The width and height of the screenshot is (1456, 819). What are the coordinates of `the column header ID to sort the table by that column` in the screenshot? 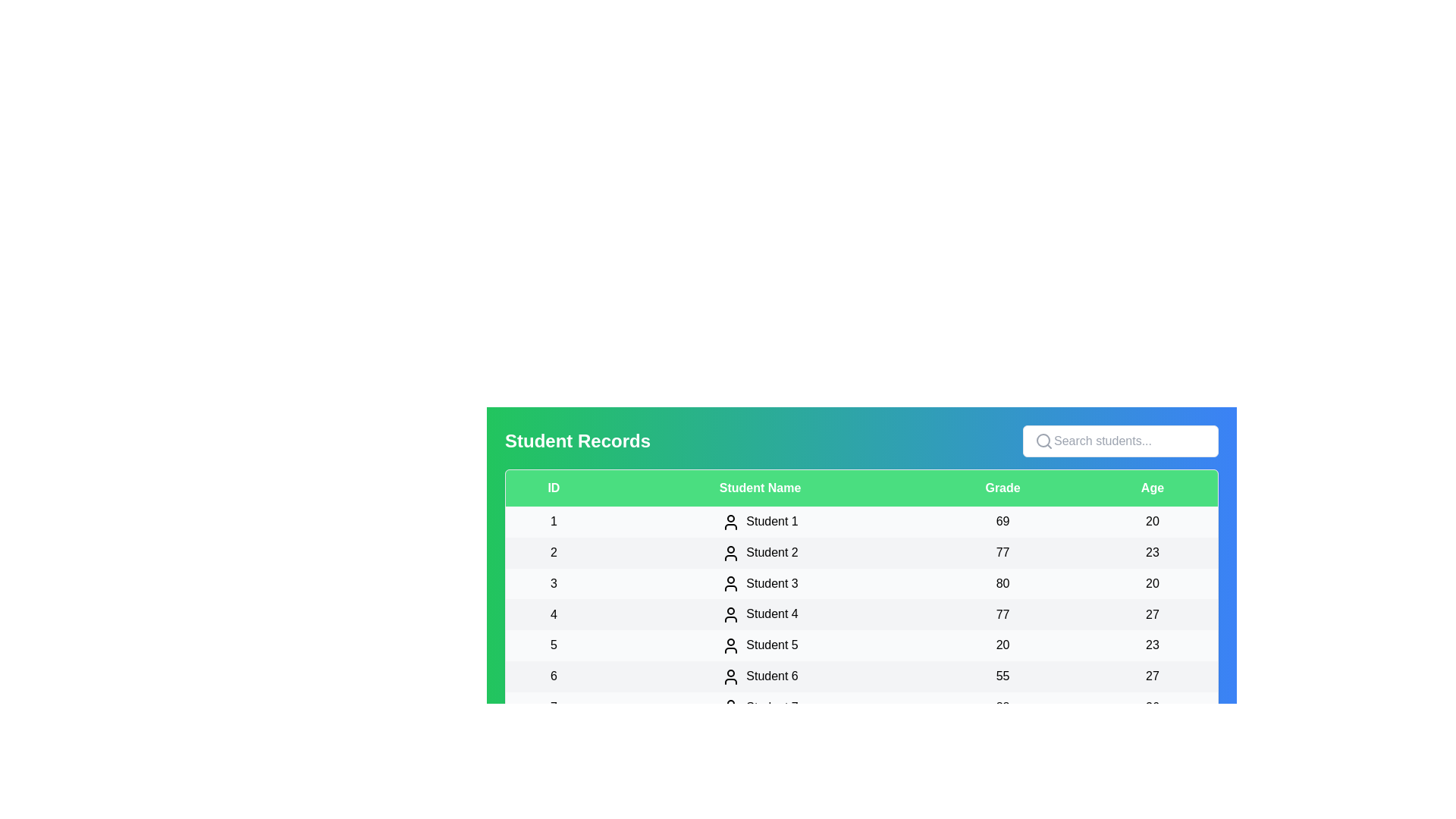 It's located at (552, 488).